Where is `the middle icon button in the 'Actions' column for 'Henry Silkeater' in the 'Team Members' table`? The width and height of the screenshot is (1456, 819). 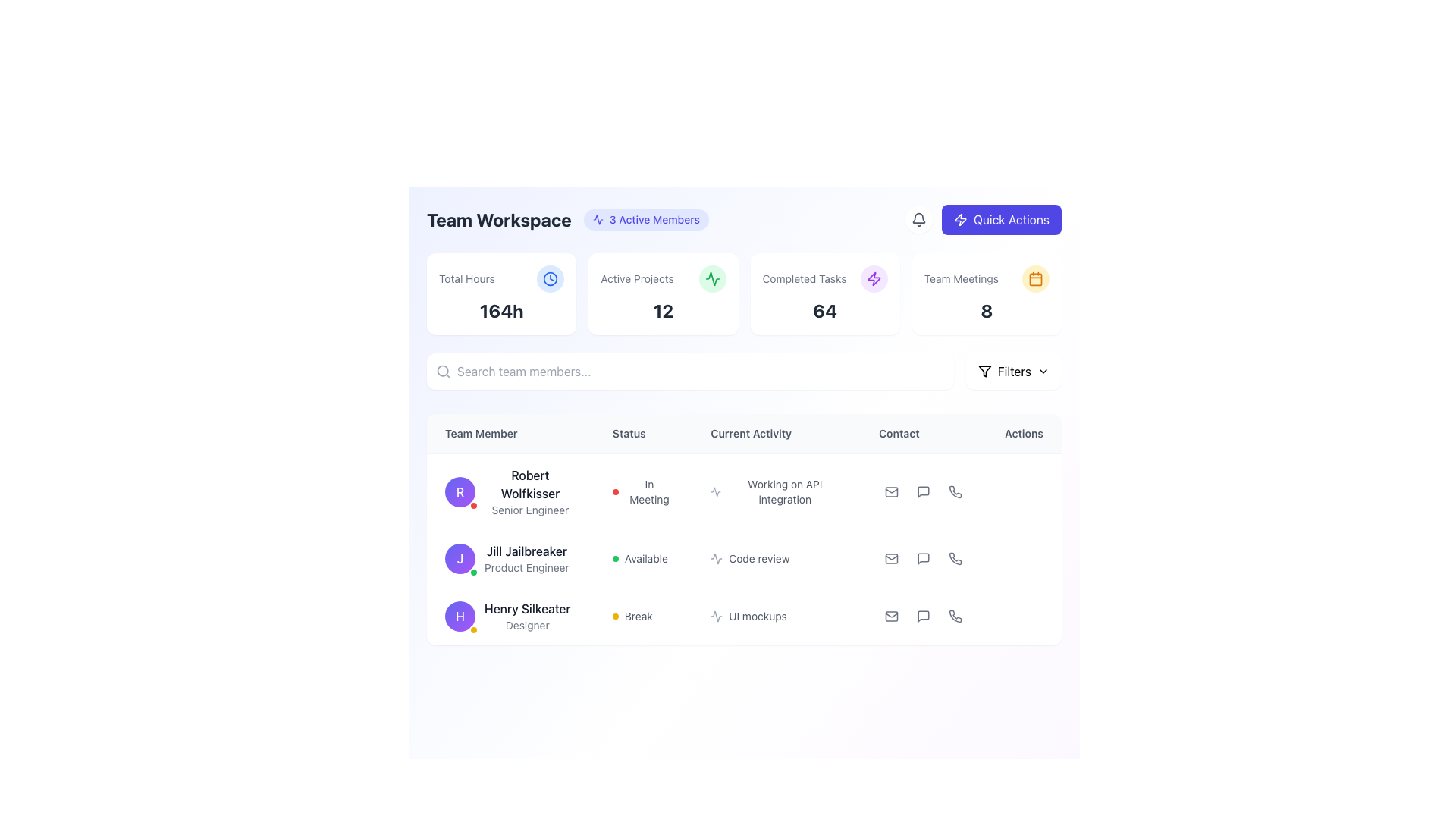 the middle icon button in the 'Actions' column for 'Henry Silkeater' in the 'Team Members' table is located at coordinates (923, 617).